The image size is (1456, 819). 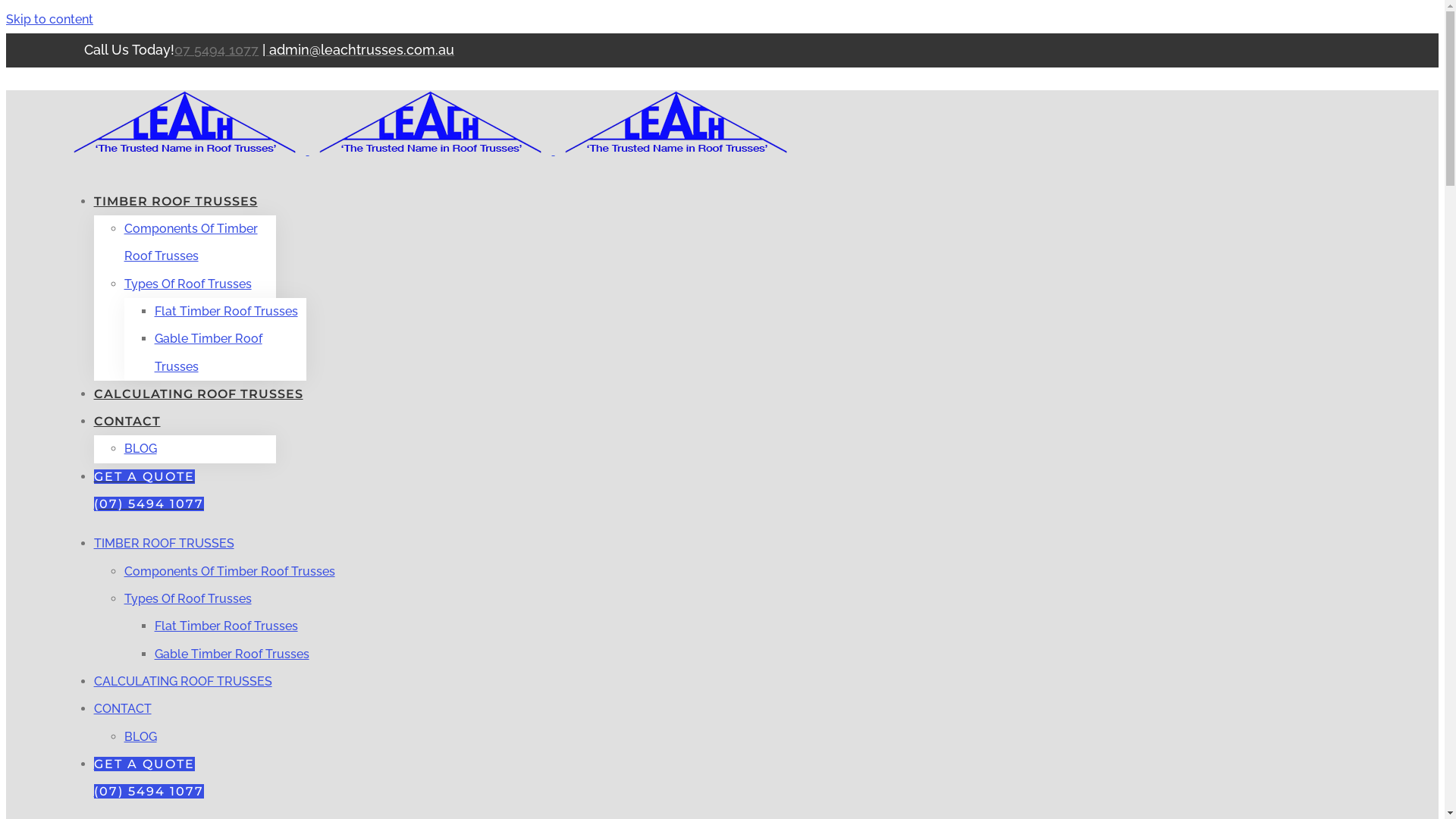 I want to click on '| admin@leachtrusses.com.au', so click(x=357, y=49).